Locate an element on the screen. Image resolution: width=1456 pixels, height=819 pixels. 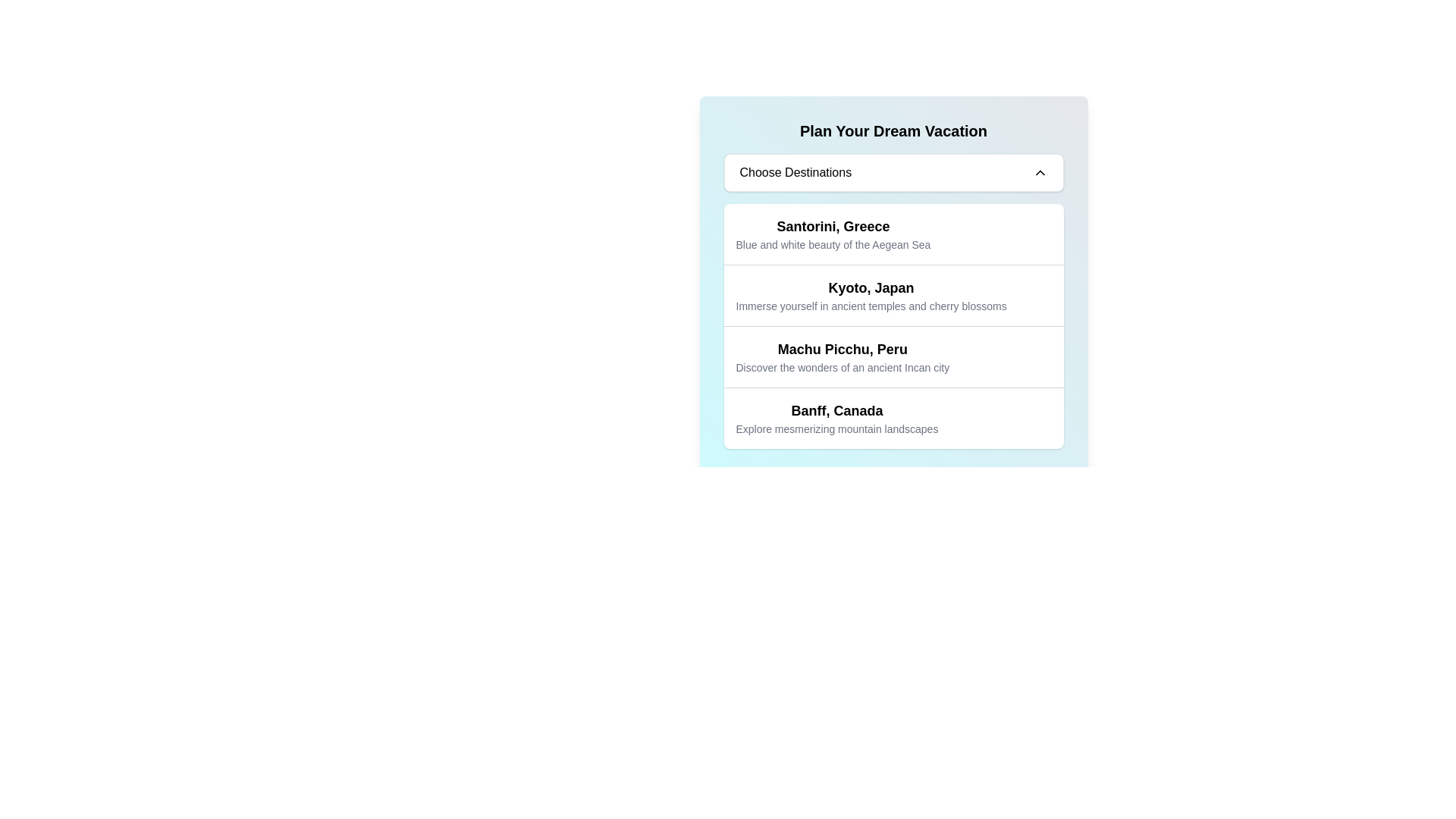
the descriptive text for 'Machu Picchu, Peru' located directly below the primary title text, which is the third item in the vertical list, to copy it is located at coordinates (842, 368).